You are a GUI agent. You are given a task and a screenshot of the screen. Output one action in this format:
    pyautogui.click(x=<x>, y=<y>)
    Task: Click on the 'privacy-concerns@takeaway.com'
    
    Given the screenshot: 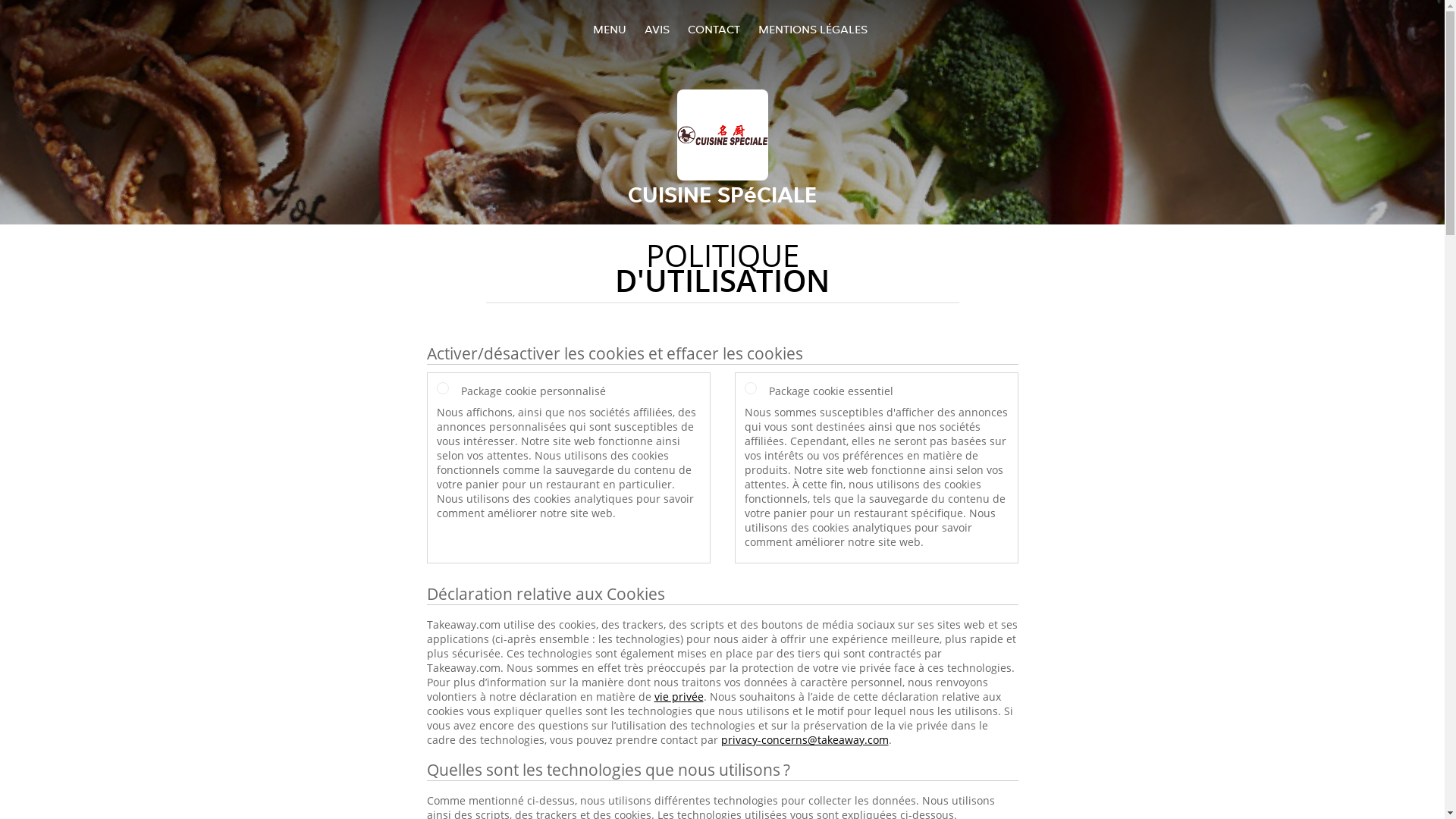 What is the action you would take?
    pyautogui.click(x=803, y=739)
    